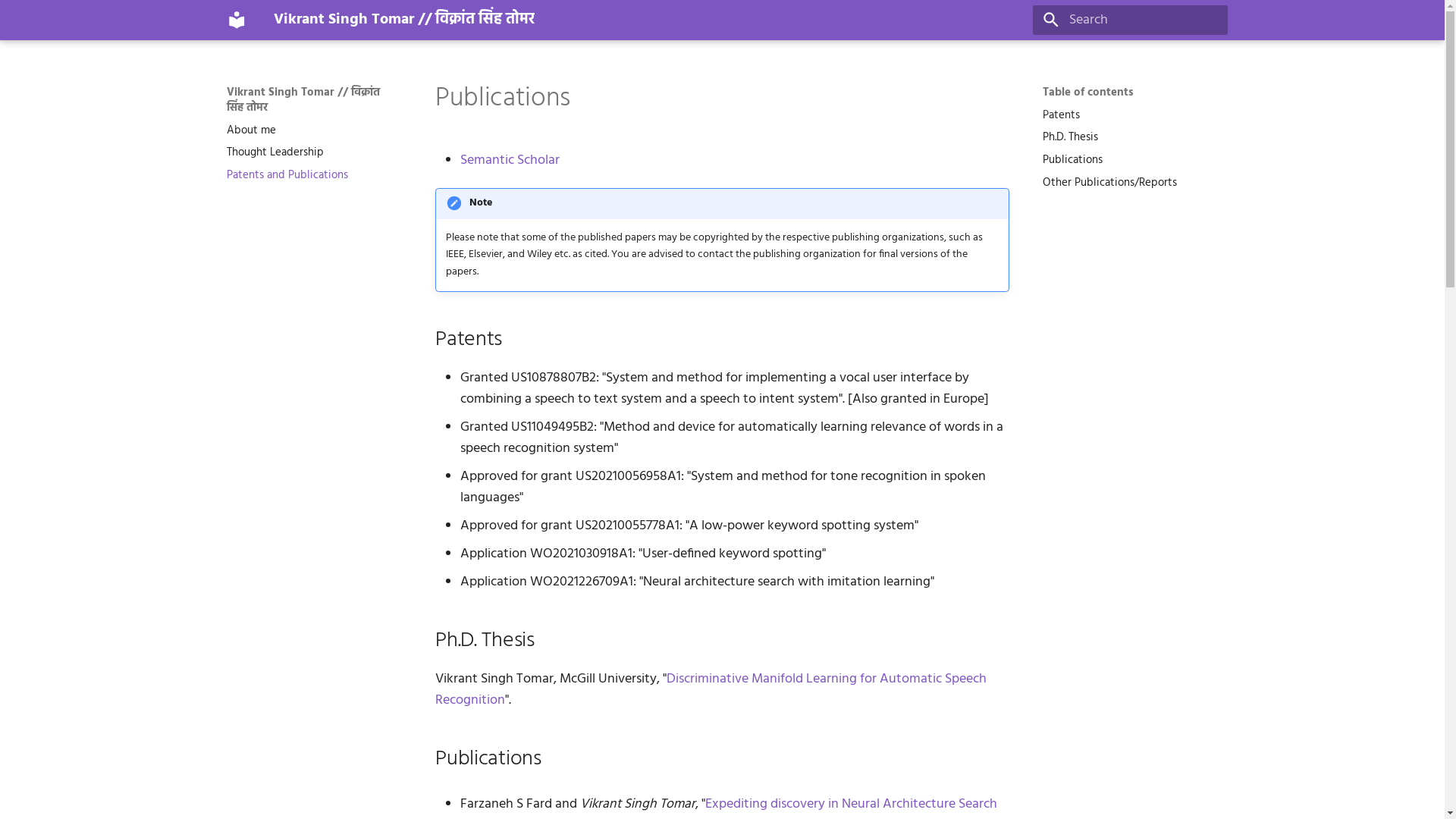  I want to click on 'Thought Leadership', so click(312, 152).